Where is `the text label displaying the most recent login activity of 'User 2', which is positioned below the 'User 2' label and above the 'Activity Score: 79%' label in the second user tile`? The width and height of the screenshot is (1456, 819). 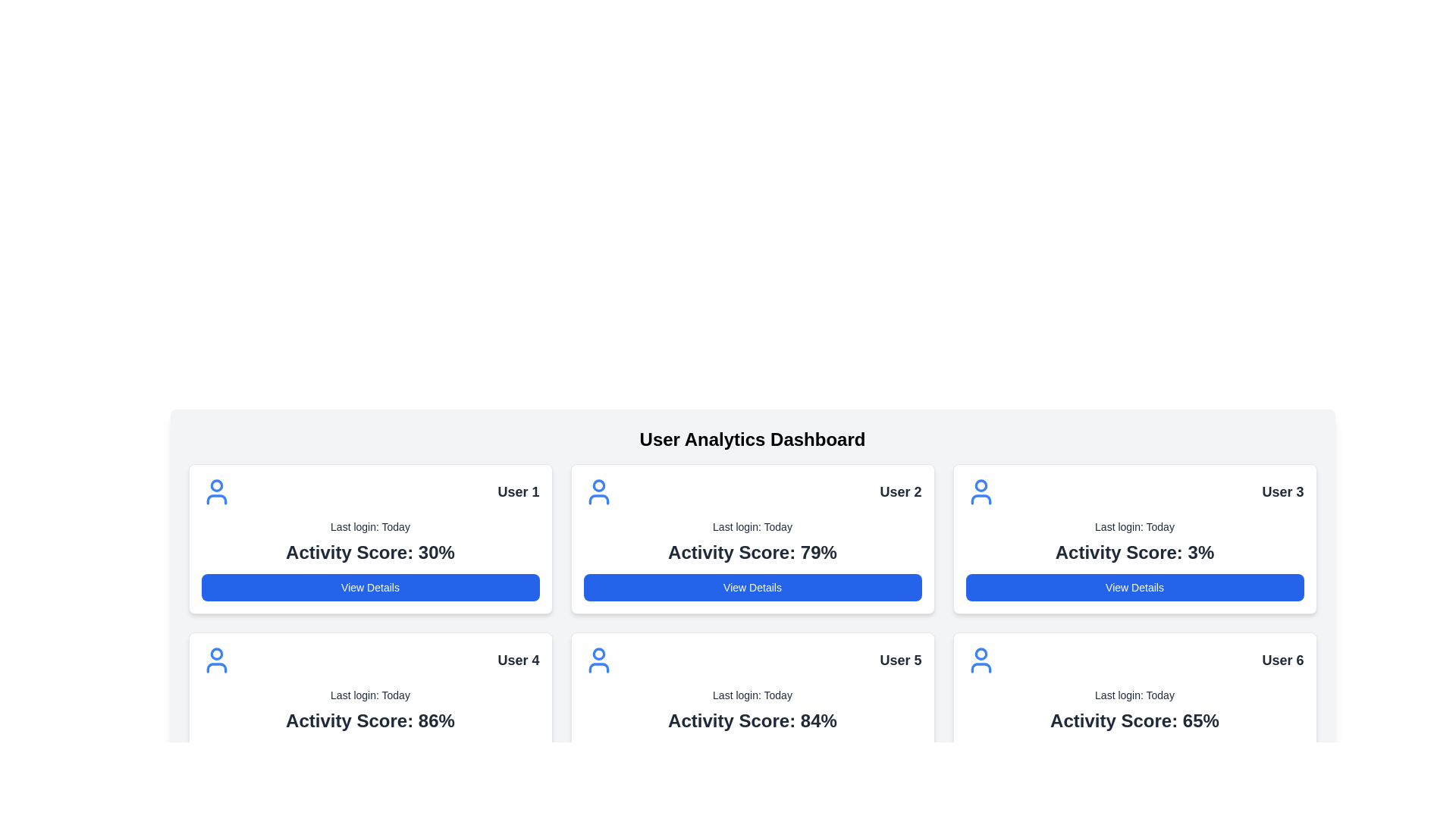
the text label displaying the most recent login activity of 'User 2', which is positioned below the 'User 2' label and above the 'Activity Score: 79%' label in the second user tile is located at coordinates (752, 526).